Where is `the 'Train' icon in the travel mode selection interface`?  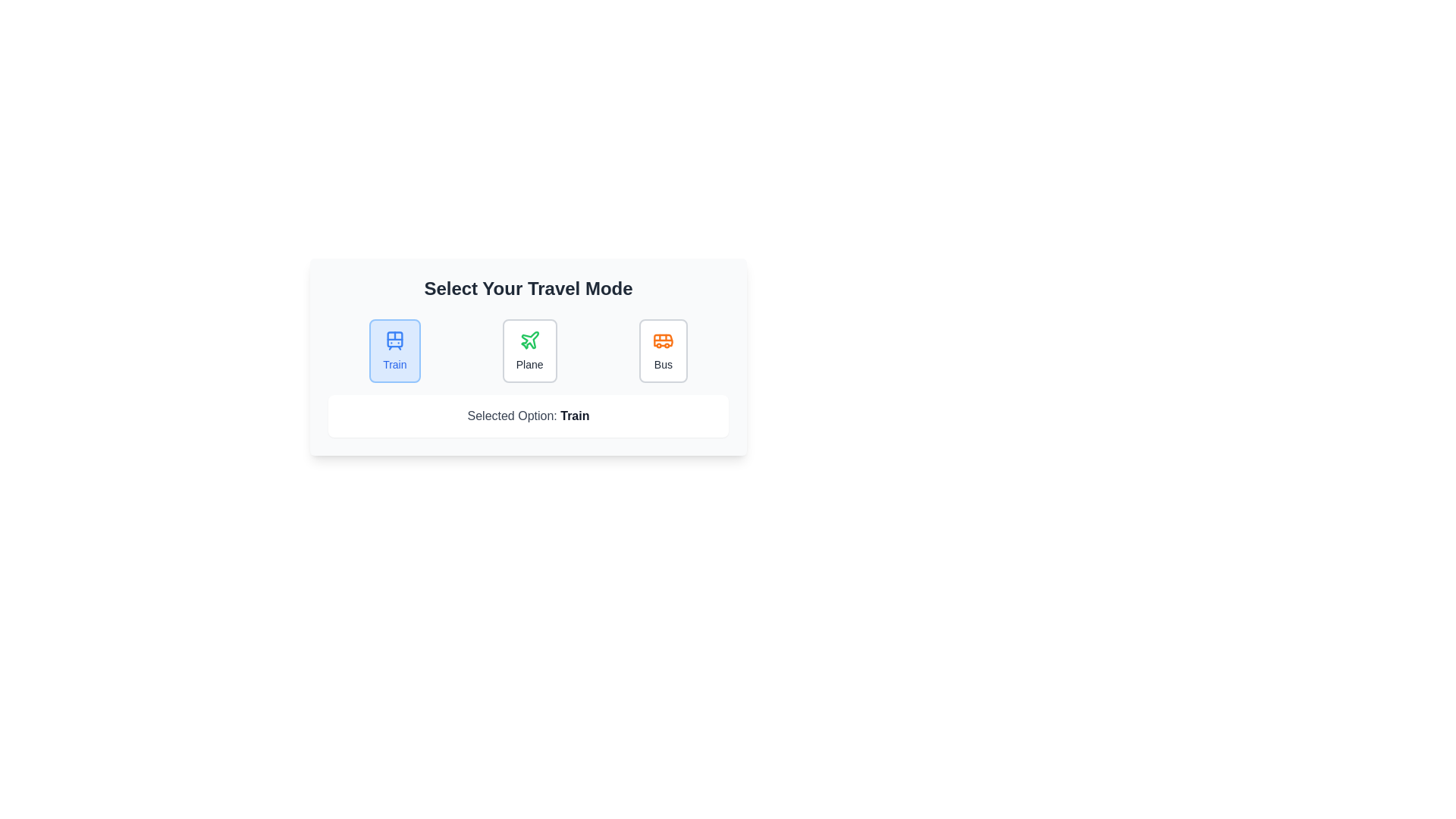 the 'Train' icon in the travel mode selection interface is located at coordinates (394, 339).